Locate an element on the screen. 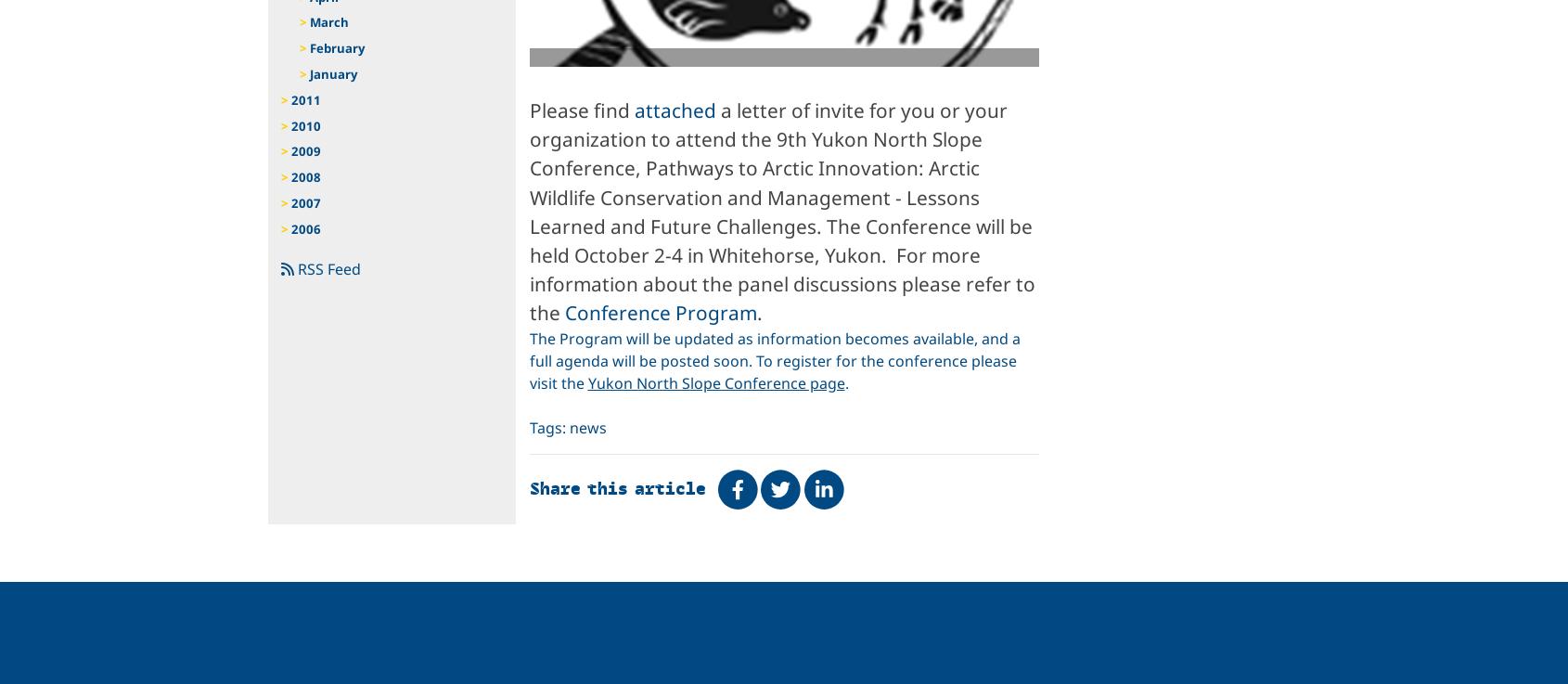 The image size is (1568, 684). '2008' is located at coordinates (306, 176).